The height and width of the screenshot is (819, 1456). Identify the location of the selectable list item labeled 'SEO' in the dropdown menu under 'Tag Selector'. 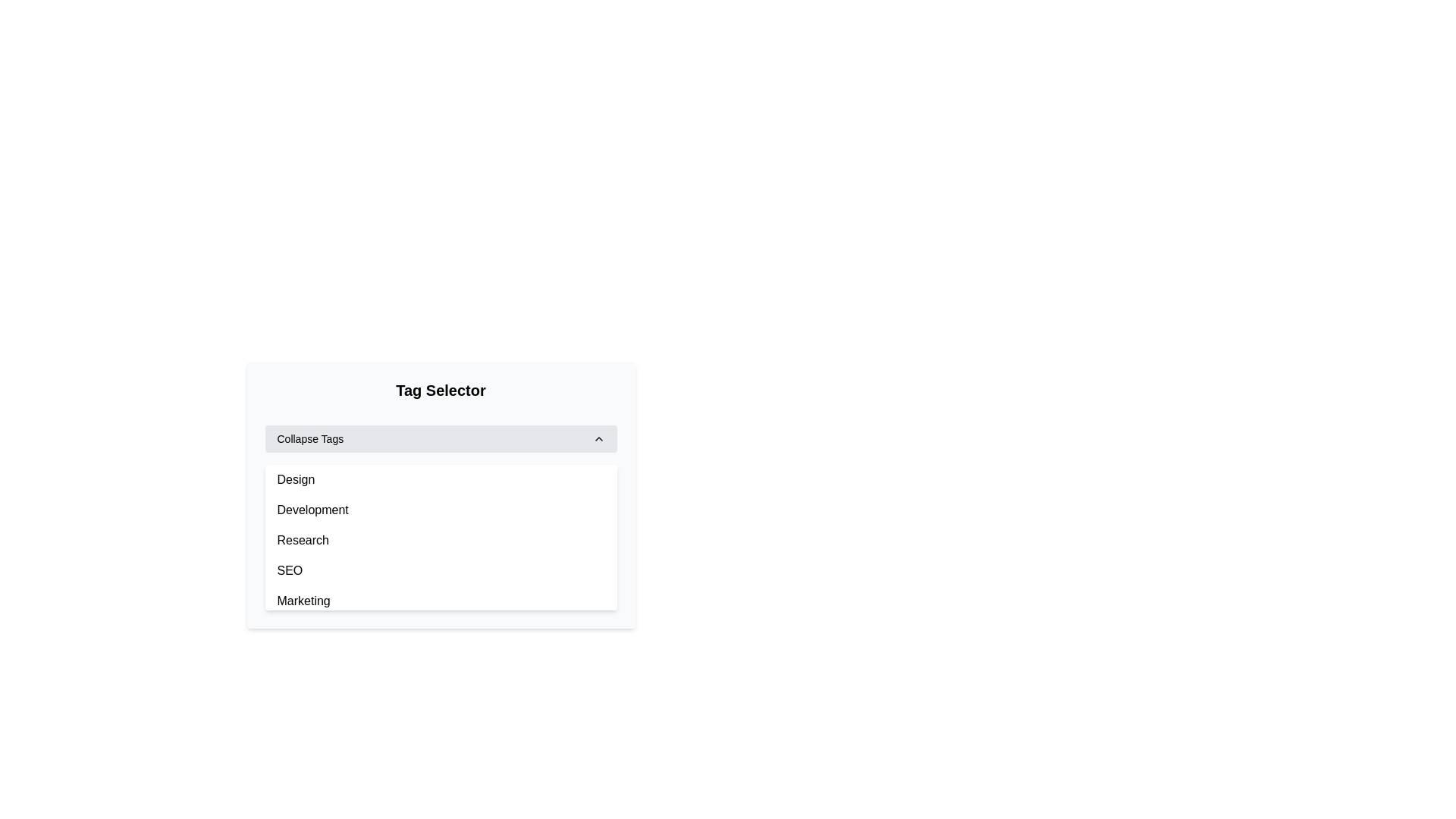
(290, 570).